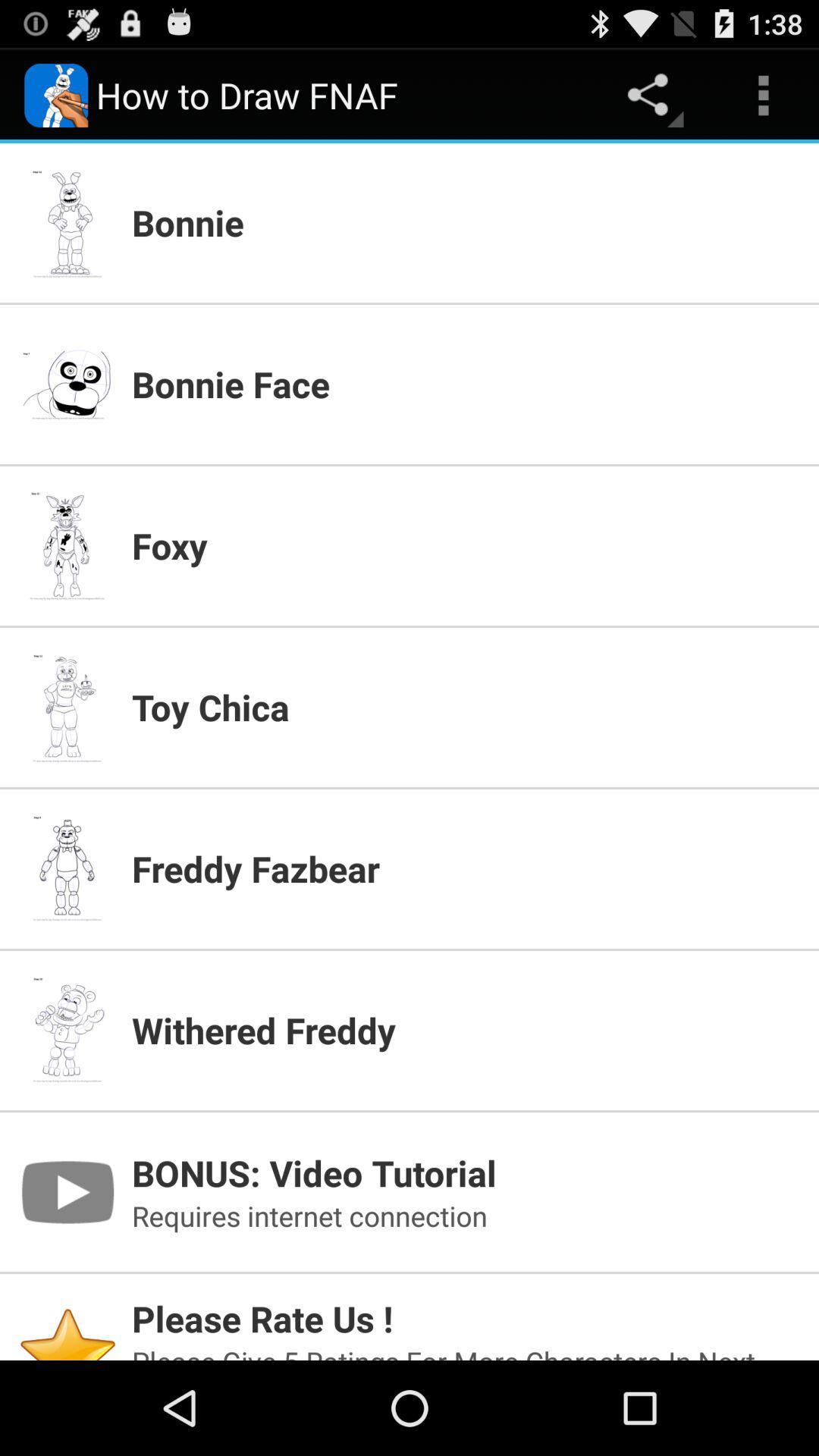 This screenshot has height=1456, width=819. What do you see at coordinates (465, 1351) in the screenshot?
I see `the please give 5 icon` at bounding box center [465, 1351].